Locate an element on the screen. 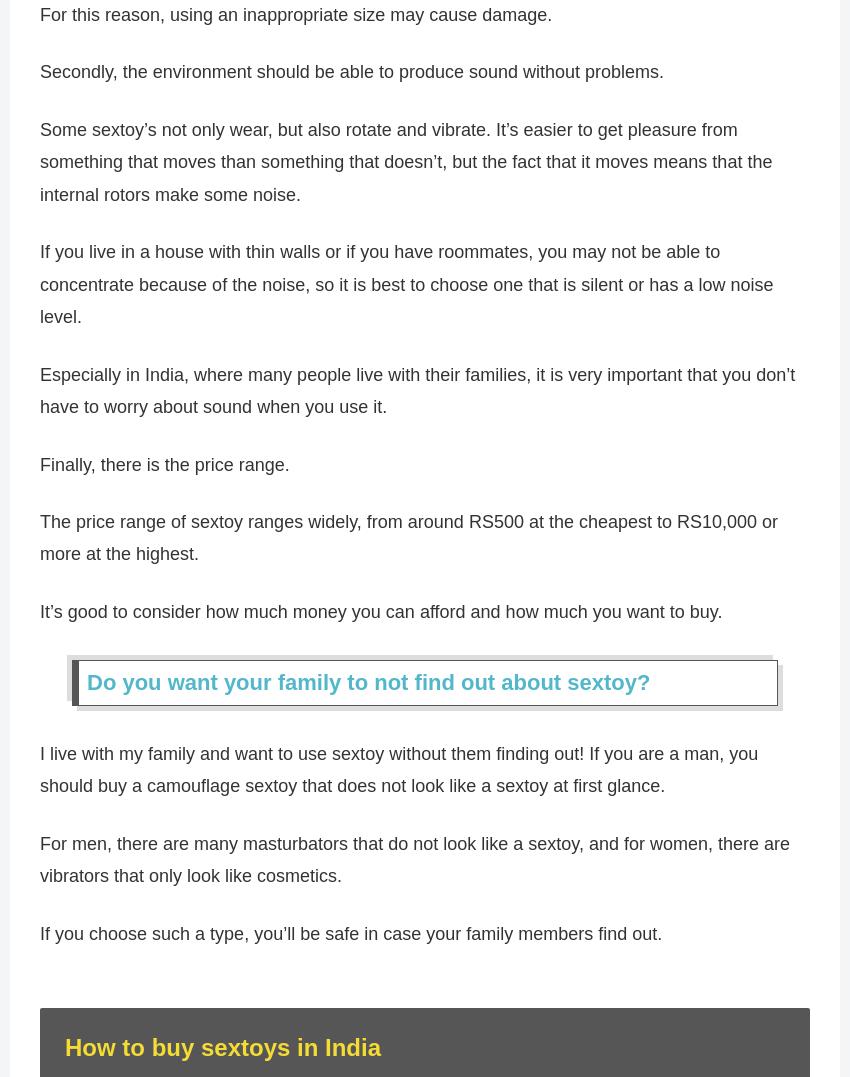 The image size is (850, 1077). 'Secondly, the environment should be able to produce sound without problems.' is located at coordinates (39, 80).